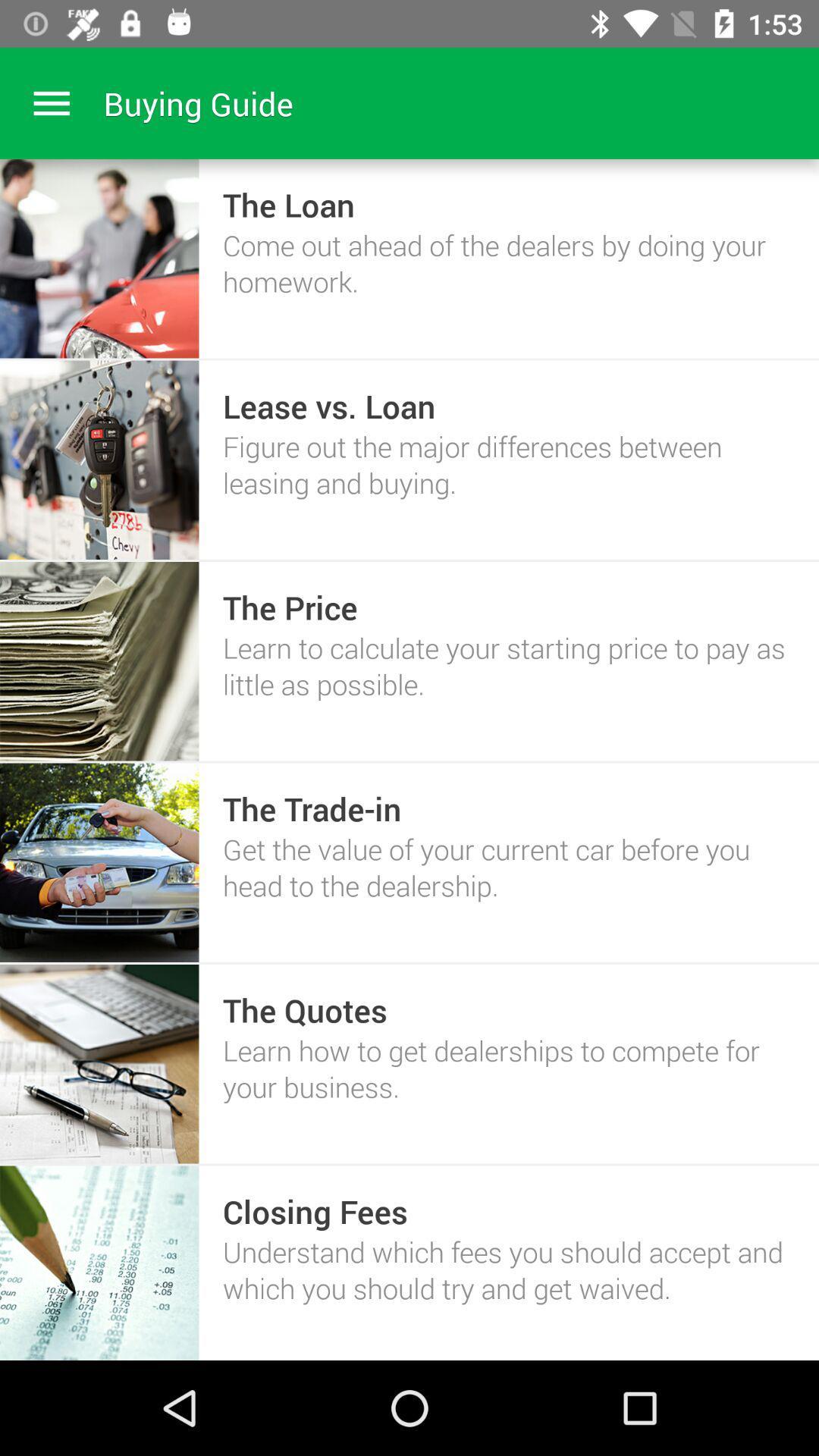 The image size is (819, 1456). Describe the element at coordinates (51, 102) in the screenshot. I see `side menu option` at that location.